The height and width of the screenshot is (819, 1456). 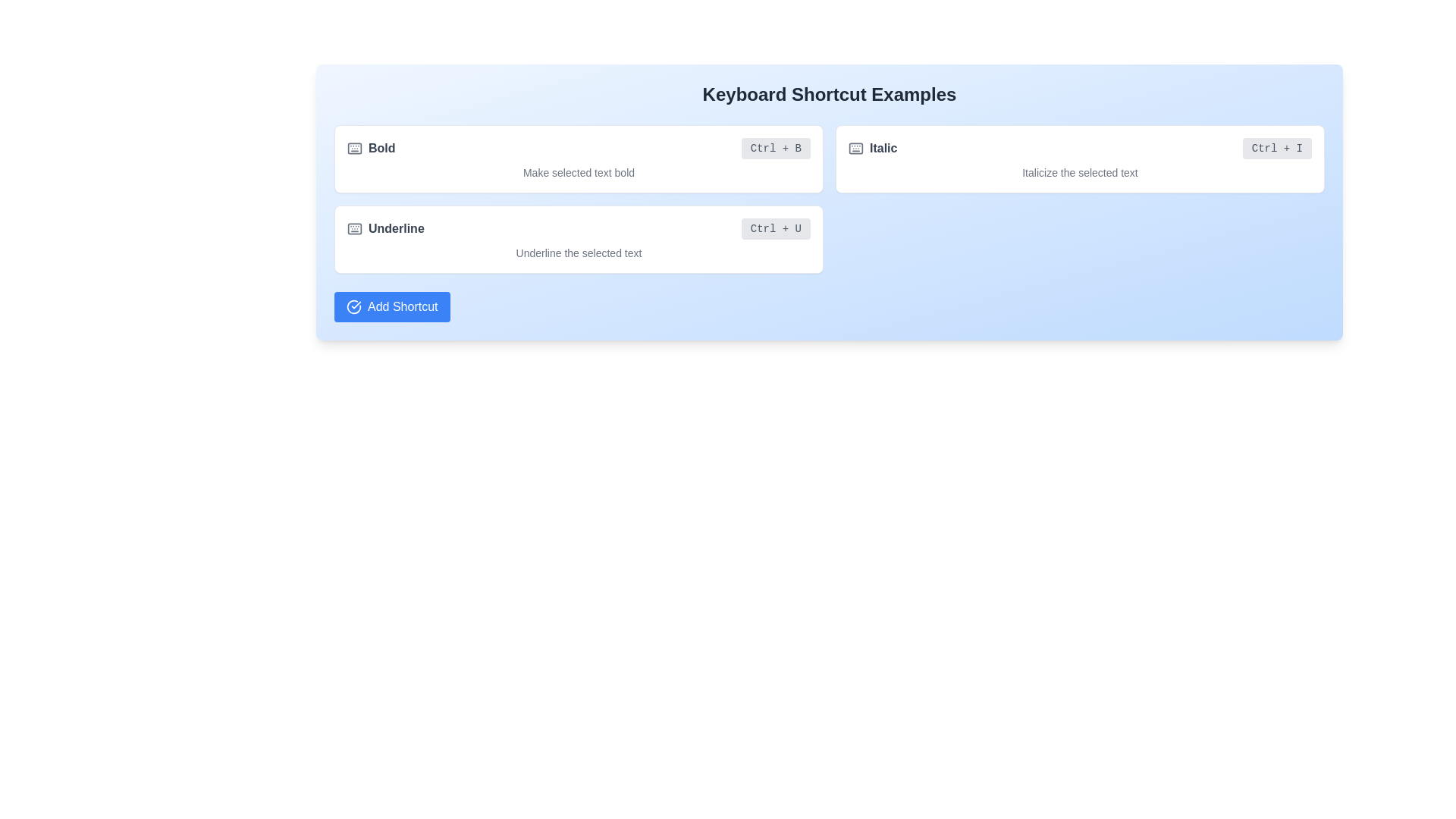 What do you see at coordinates (392, 307) in the screenshot?
I see `the blue rectangular button labeled 'Add Shortcut' to change its background color` at bounding box center [392, 307].